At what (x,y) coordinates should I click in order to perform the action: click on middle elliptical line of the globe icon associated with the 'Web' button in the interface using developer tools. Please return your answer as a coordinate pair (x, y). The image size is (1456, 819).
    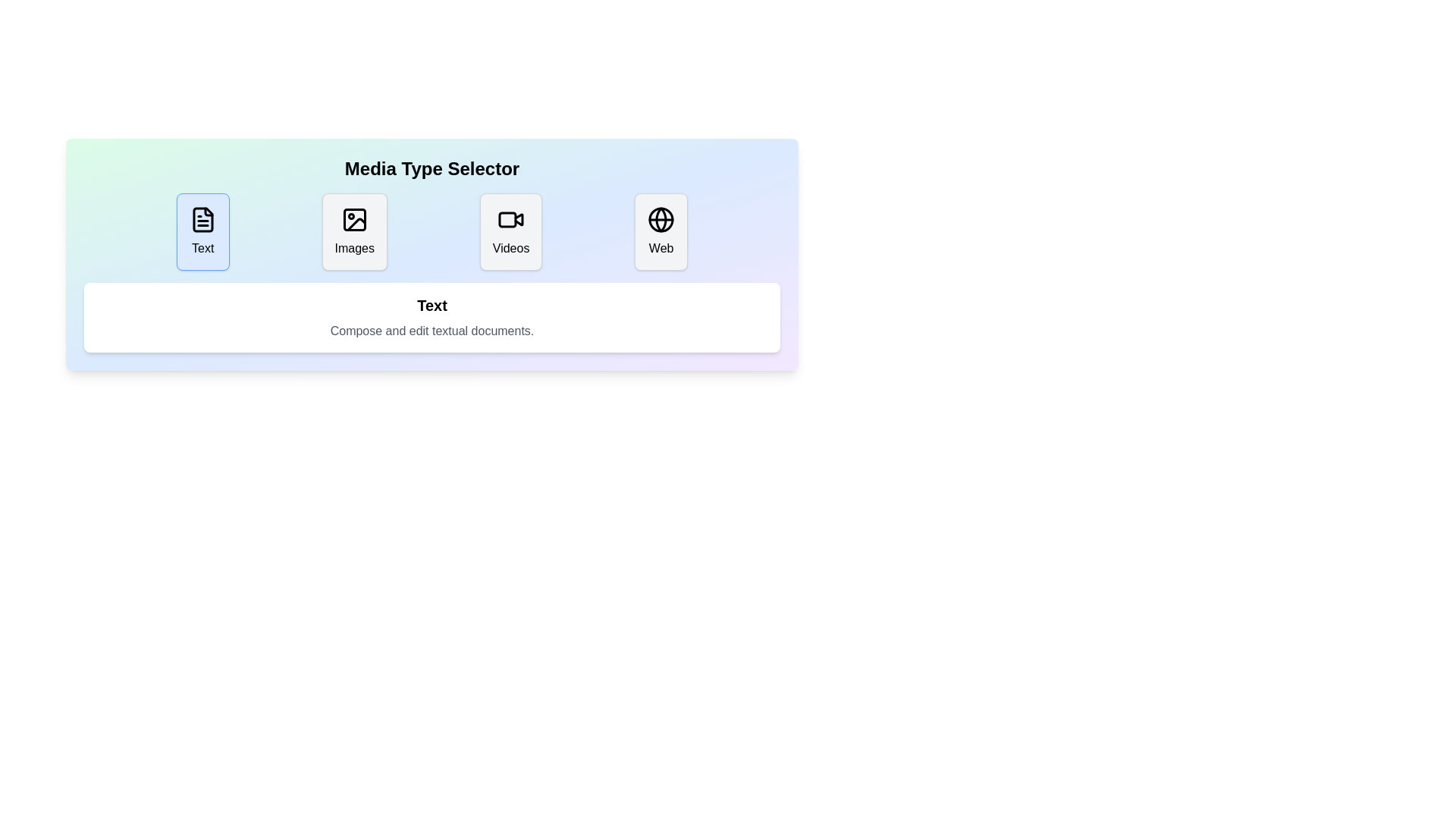
    Looking at the image, I should click on (661, 219).